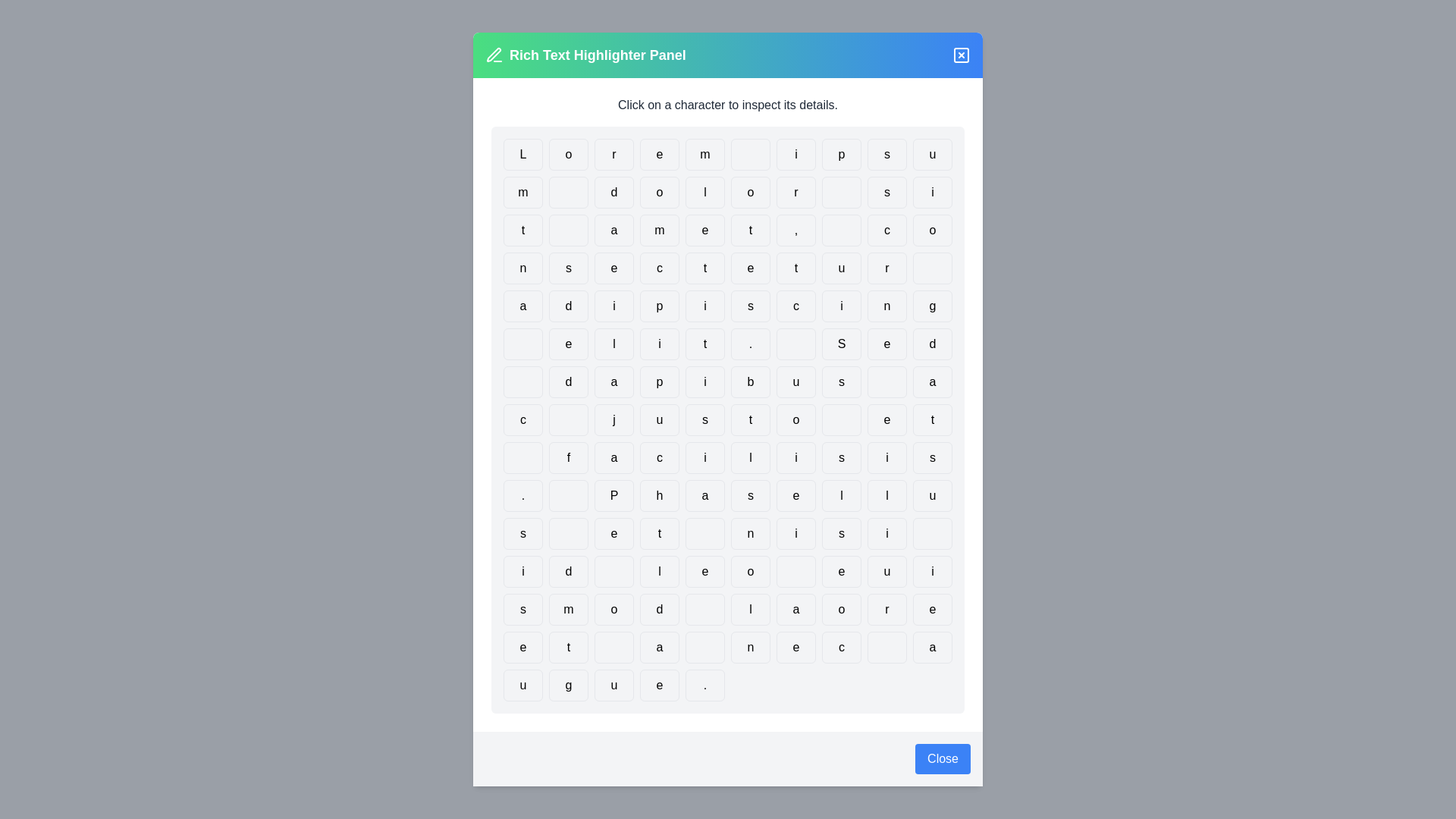  What do you see at coordinates (942, 759) in the screenshot?
I see `the close button to close the dialog` at bounding box center [942, 759].